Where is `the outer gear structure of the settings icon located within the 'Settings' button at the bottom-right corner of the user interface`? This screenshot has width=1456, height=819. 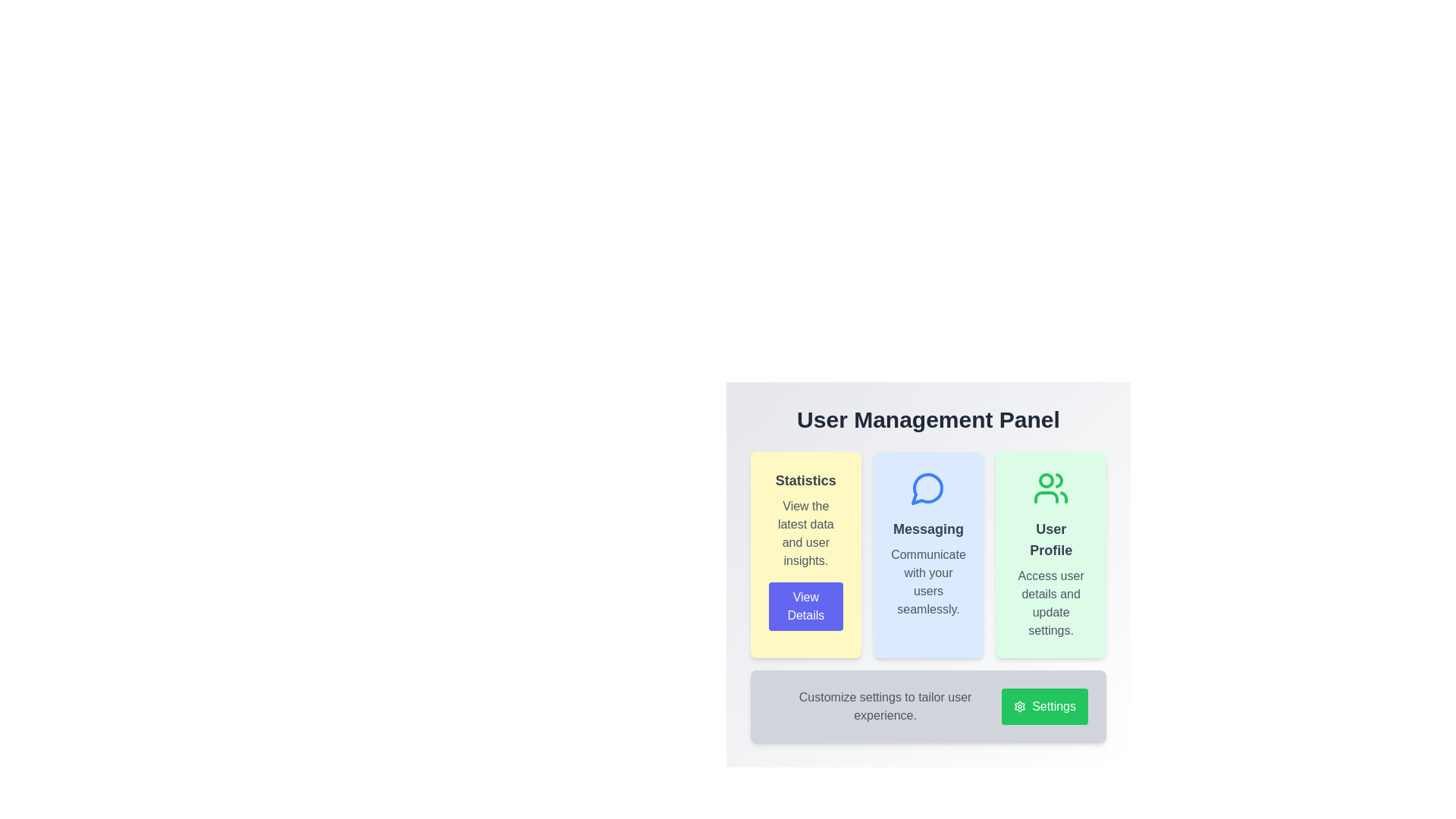
the outer gear structure of the settings icon located within the 'Settings' button at the bottom-right corner of the user interface is located at coordinates (1020, 707).